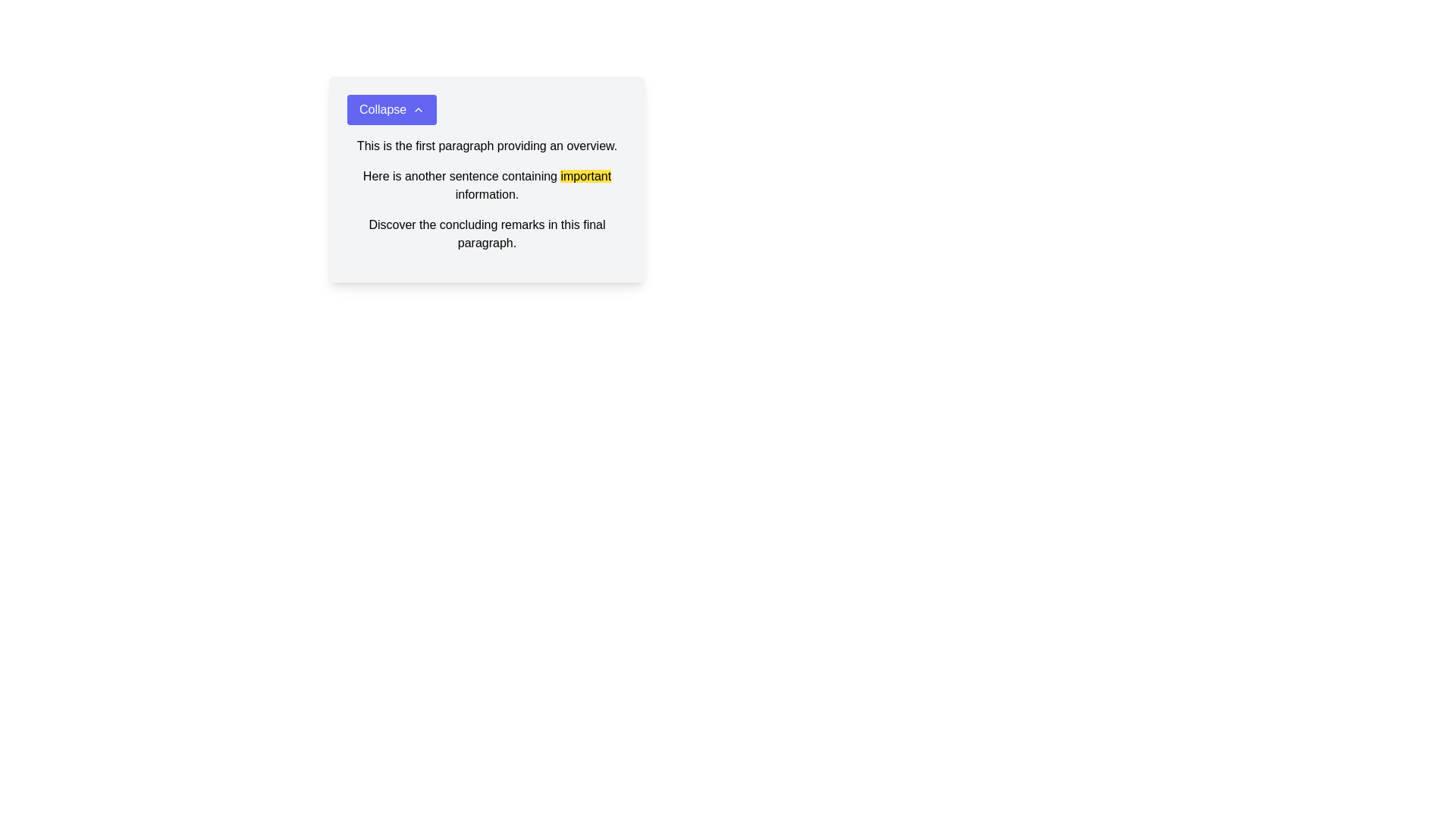  Describe the element at coordinates (383, 109) in the screenshot. I see `the text label that serves as the label for a button component designed to collapse an expanded section of information` at that location.